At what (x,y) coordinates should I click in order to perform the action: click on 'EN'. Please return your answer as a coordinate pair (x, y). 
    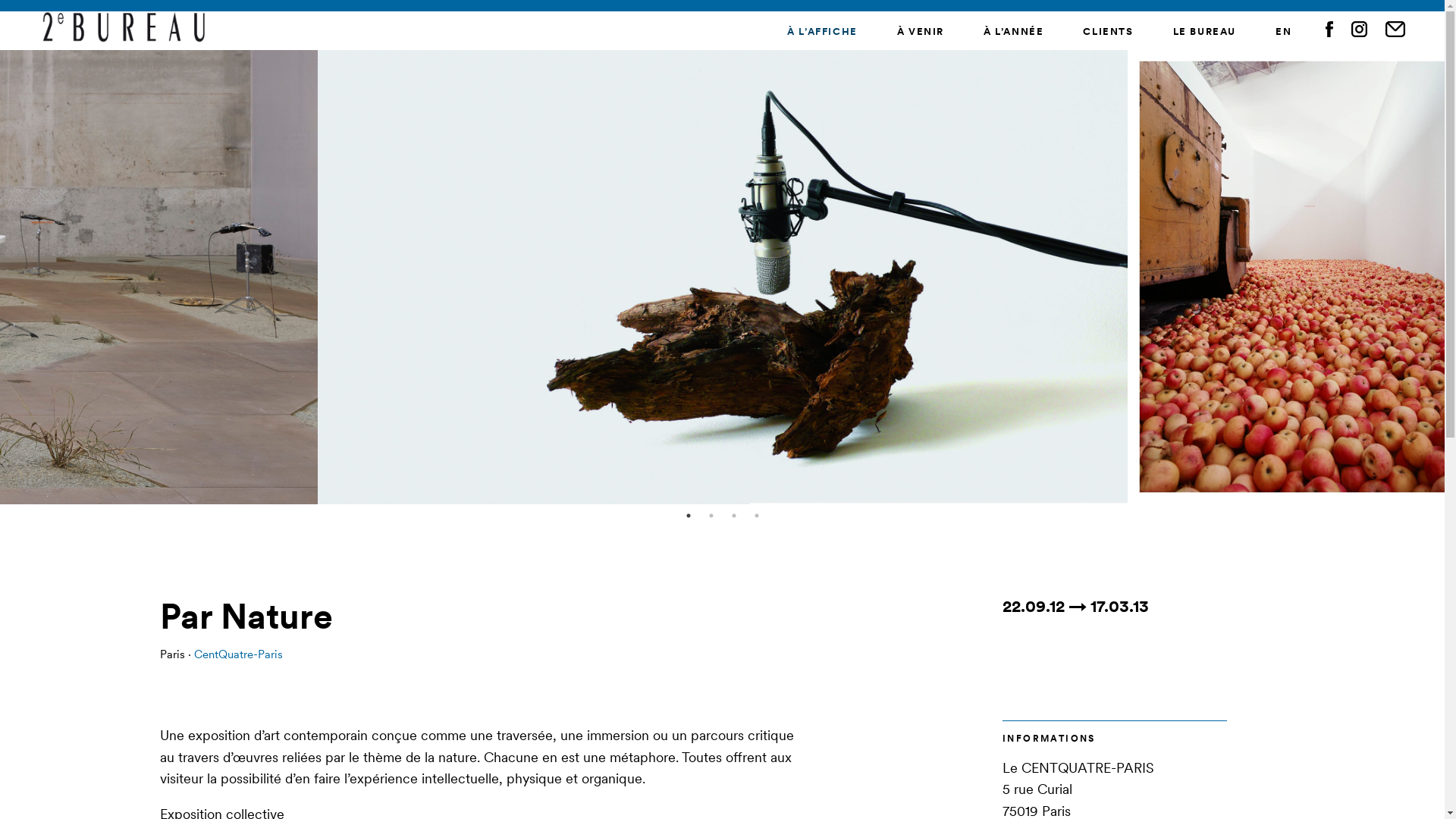
    Looking at the image, I should click on (1282, 31).